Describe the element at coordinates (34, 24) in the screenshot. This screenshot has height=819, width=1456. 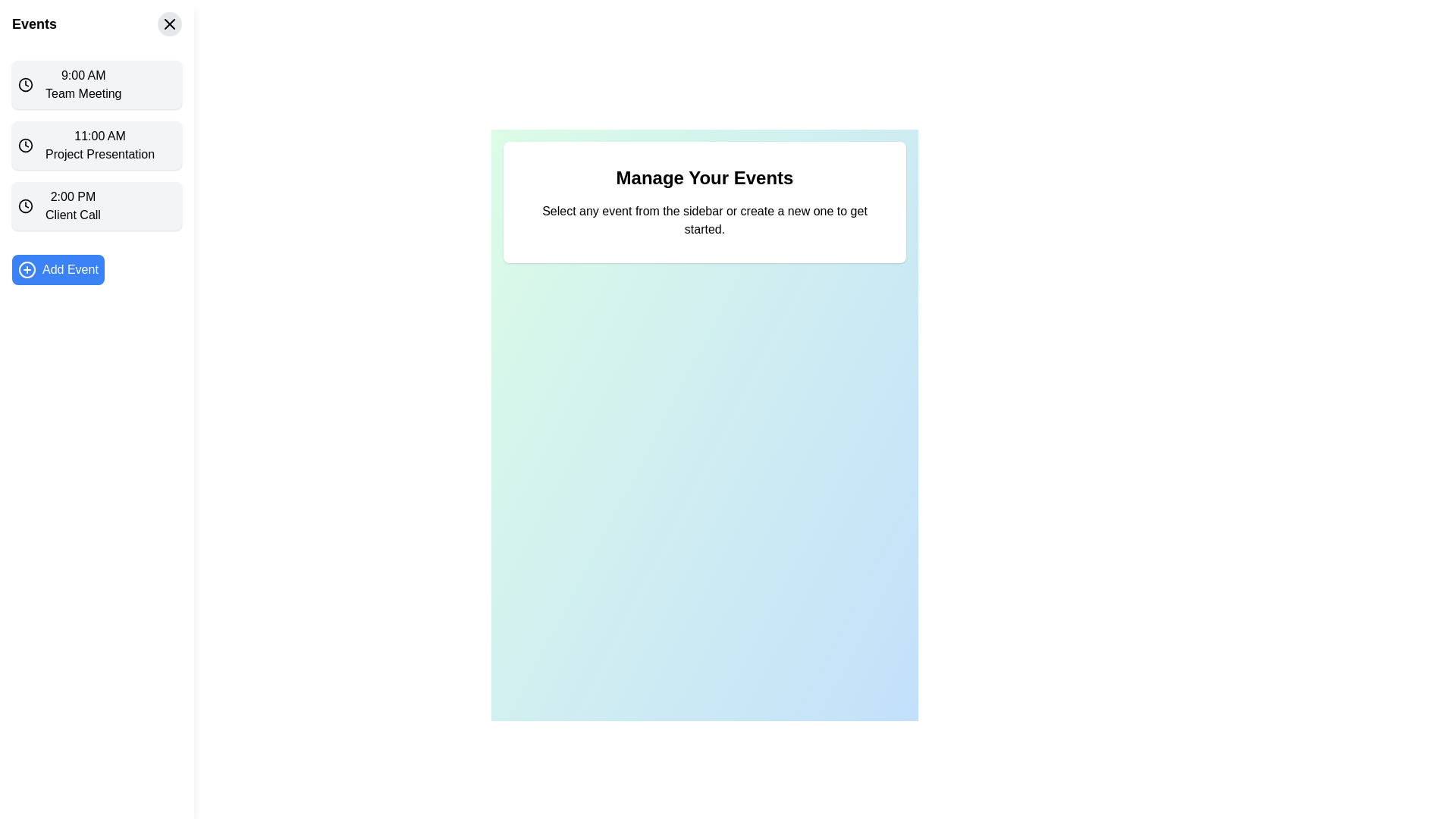
I see `the prominent 'Events' static text label styled in bold and large font, located at the top left of the sidebar` at that location.